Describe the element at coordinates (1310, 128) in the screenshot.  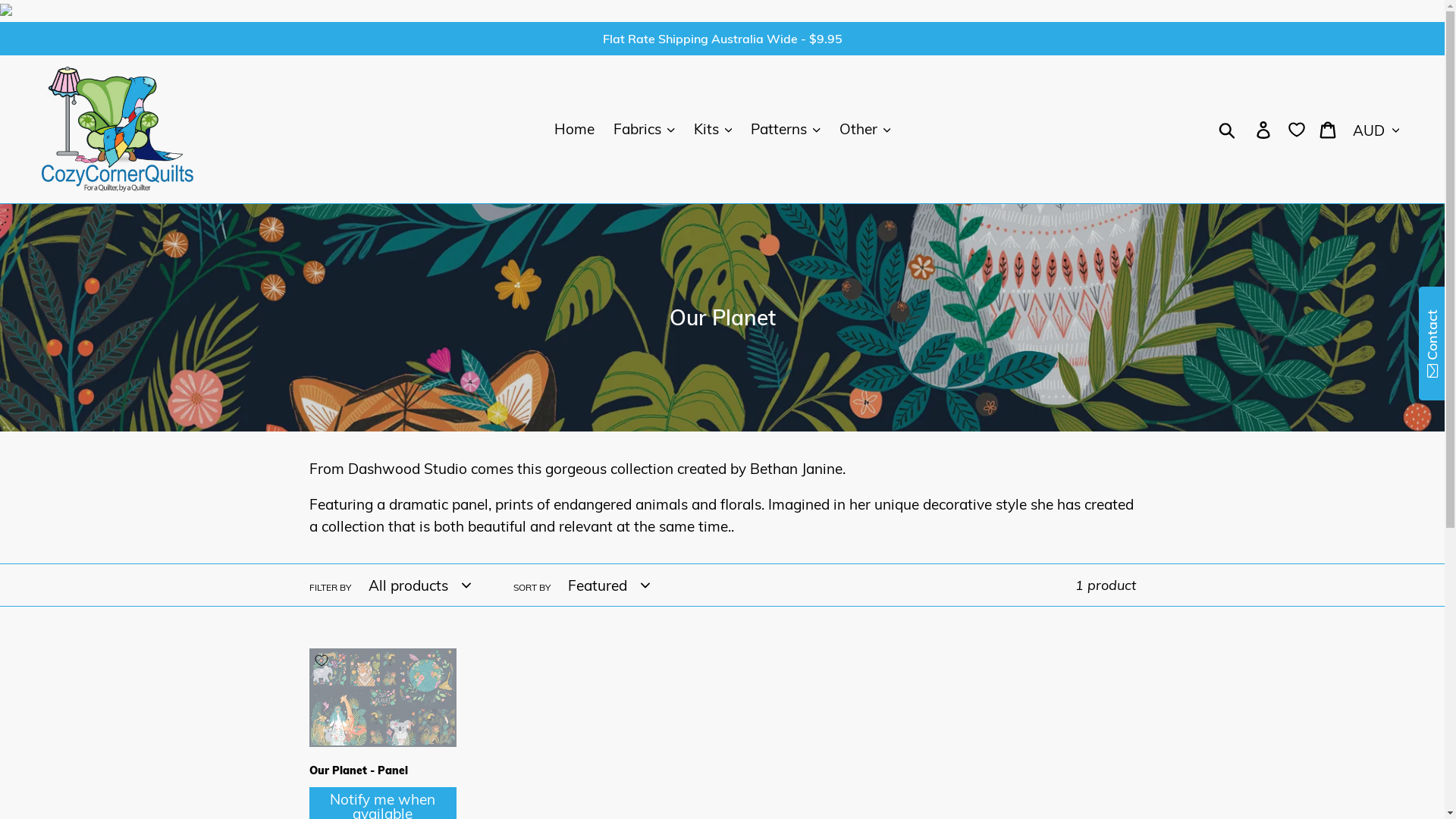
I see `'Cart'` at that location.